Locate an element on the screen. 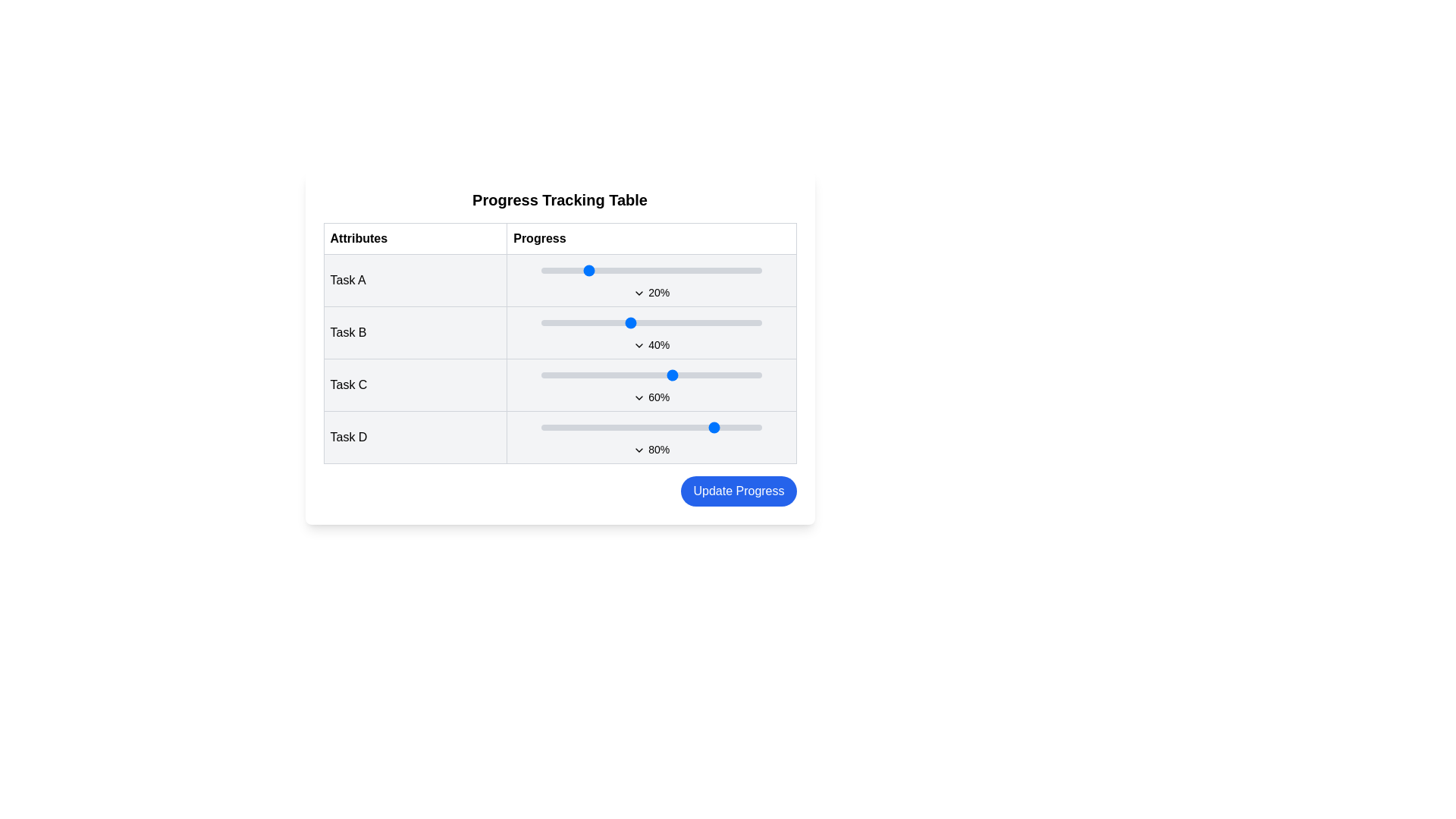  the progress for task B is located at coordinates (744, 322).